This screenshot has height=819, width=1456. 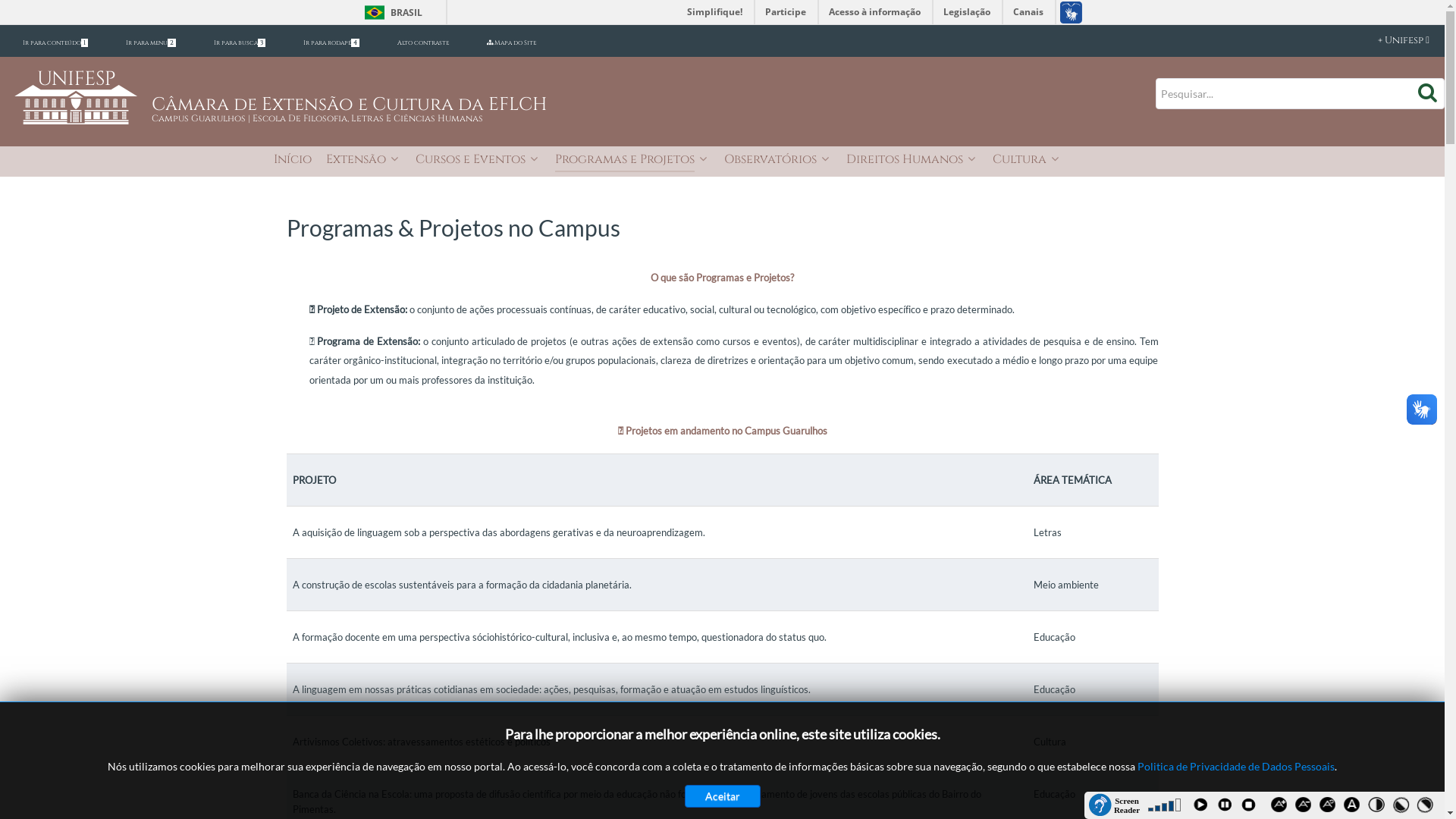 What do you see at coordinates (1236, 766) in the screenshot?
I see `'Politica de Privacidade de Dados Pessoais'` at bounding box center [1236, 766].